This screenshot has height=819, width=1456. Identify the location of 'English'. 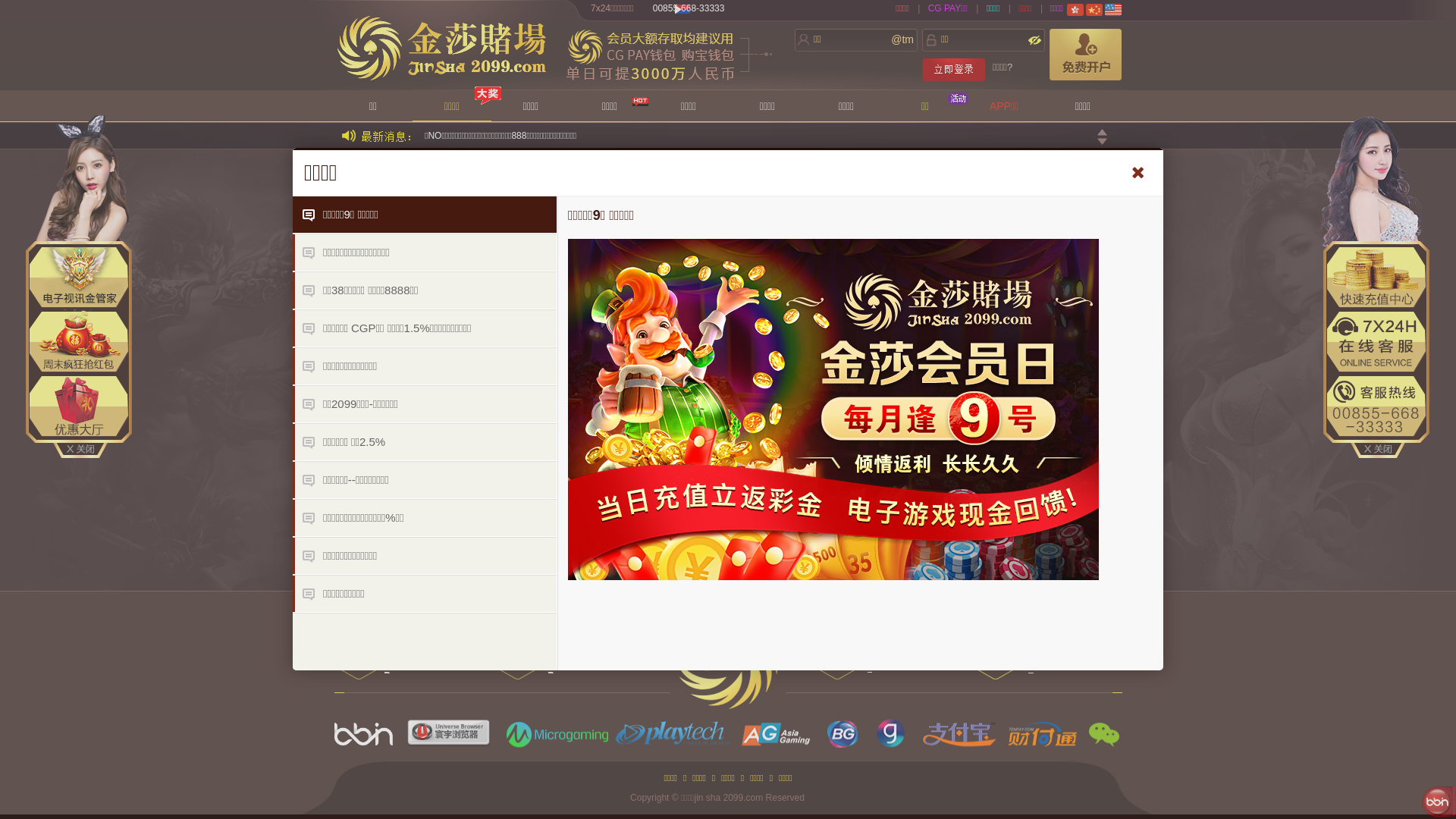
(1105, 9).